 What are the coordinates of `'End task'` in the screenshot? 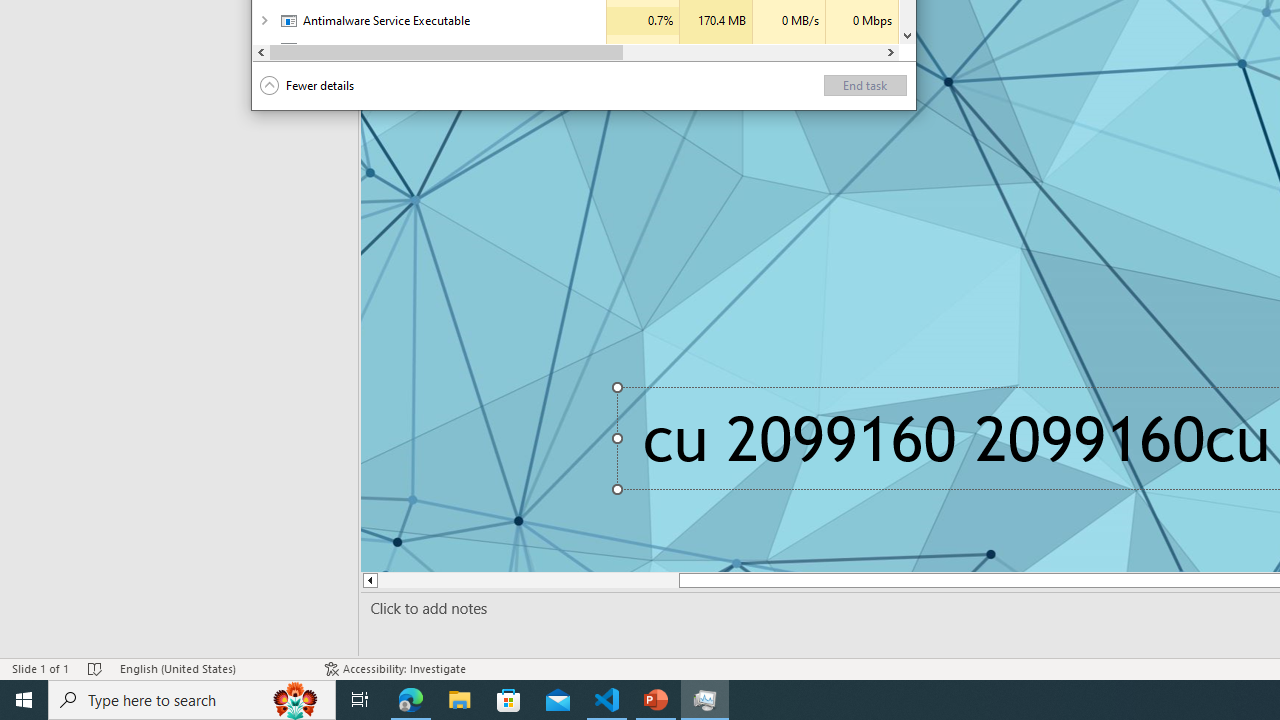 It's located at (865, 84).